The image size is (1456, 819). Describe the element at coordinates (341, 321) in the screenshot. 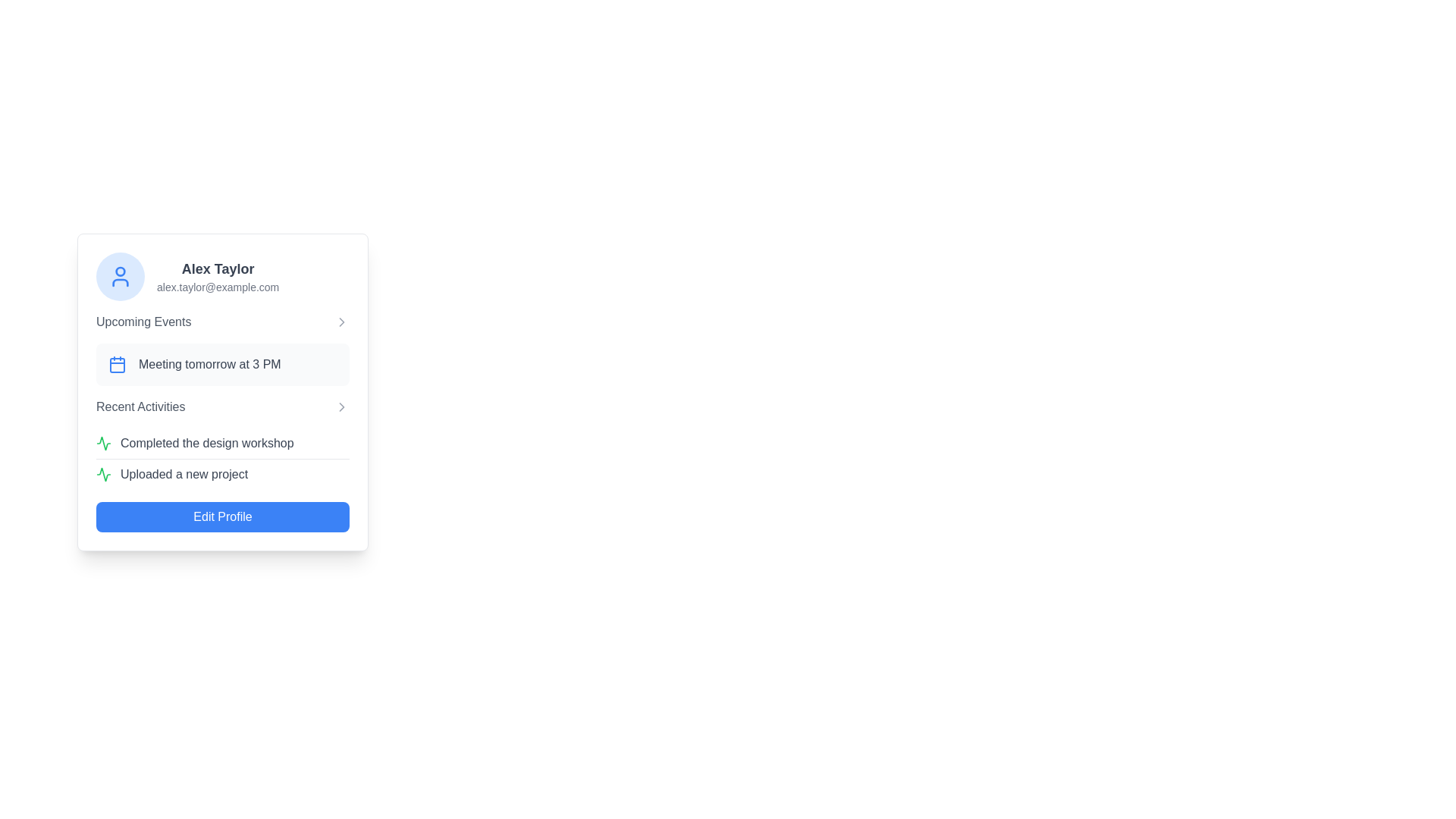

I see `the right-pointing arrow icon located to the right of the 'Recent Activities' section title` at that location.